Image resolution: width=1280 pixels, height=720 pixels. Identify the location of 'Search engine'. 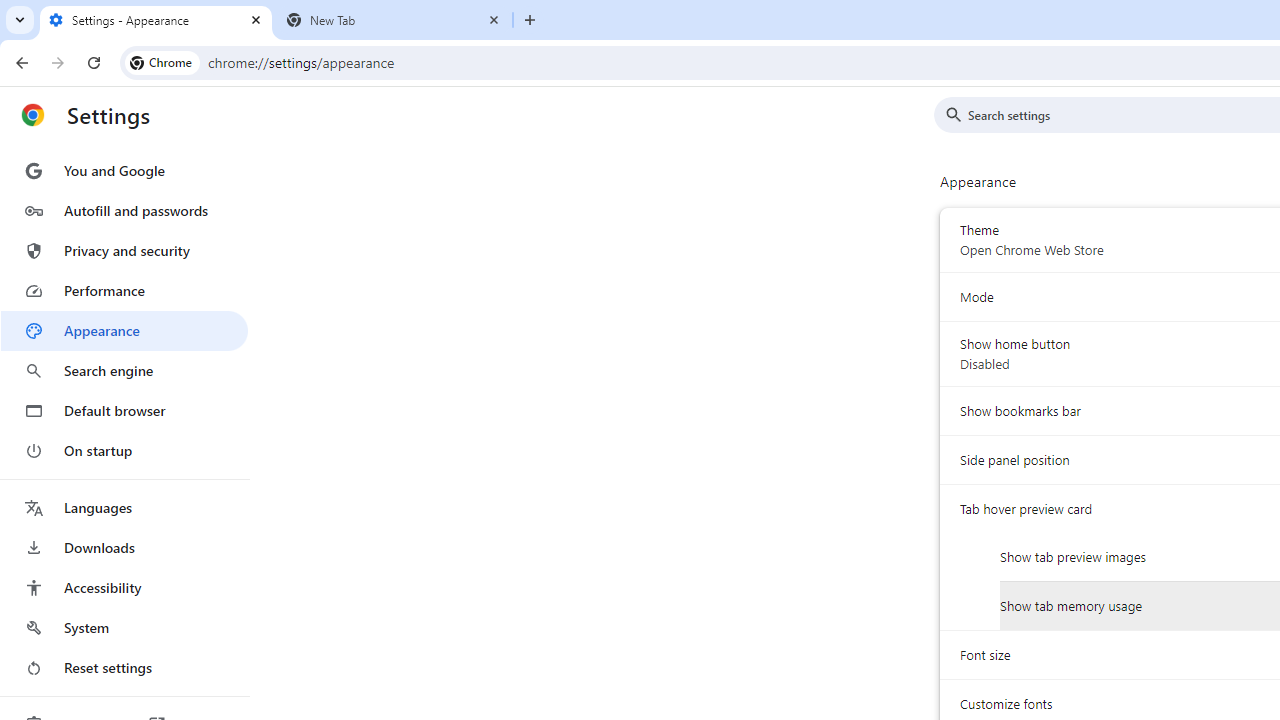
(123, 371).